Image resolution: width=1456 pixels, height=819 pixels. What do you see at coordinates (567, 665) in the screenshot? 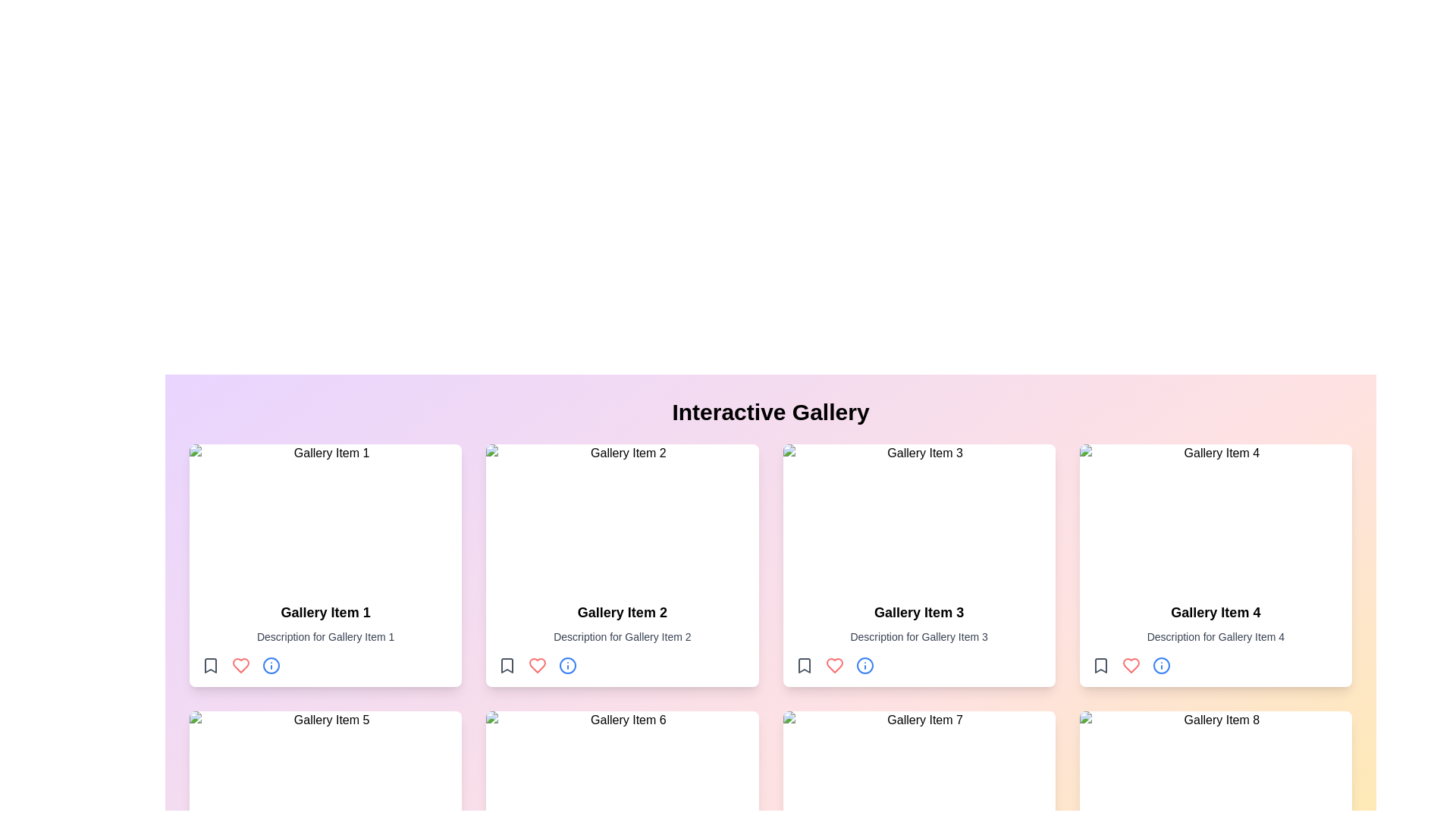
I see `the circular blue outlined information icon located at the bottom right of the second gallery item` at bounding box center [567, 665].